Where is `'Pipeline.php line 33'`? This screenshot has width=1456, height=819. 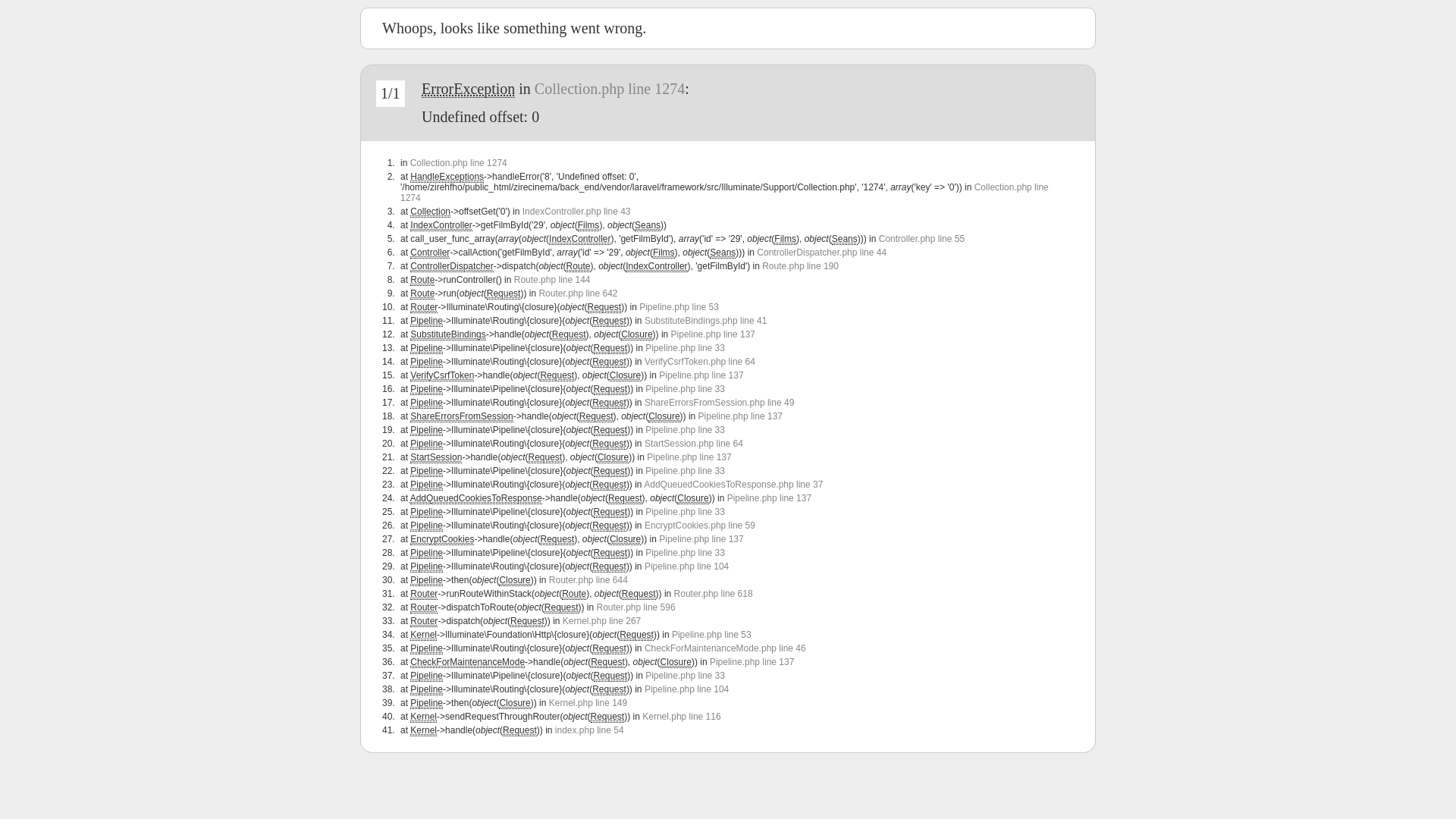 'Pipeline.php line 33' is located at coordinates (684, 388).